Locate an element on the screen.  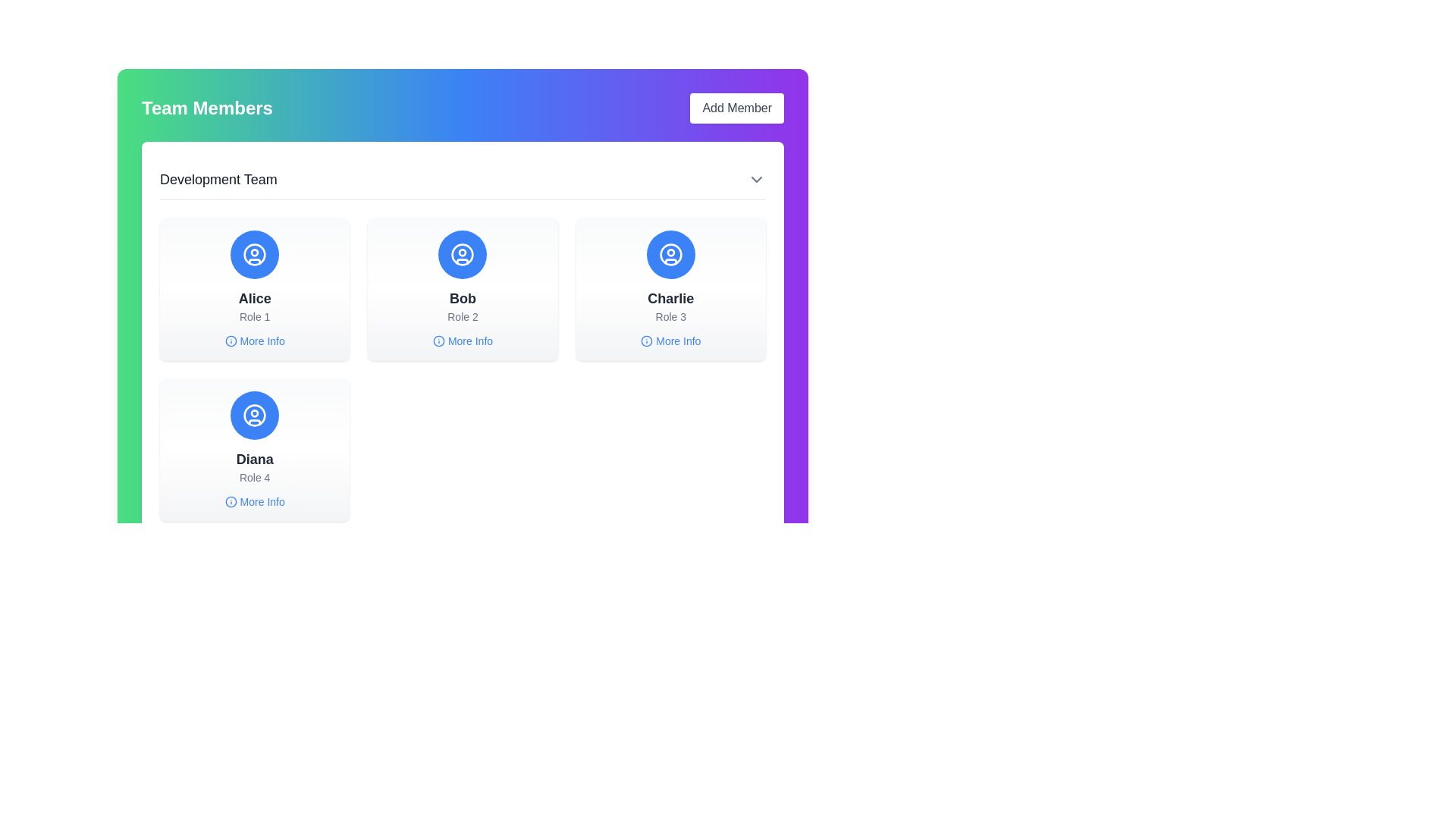
the static text element displaying 'Role 1' located within the card for 'Alice', positioned below her name and above the 'More Info' button is located at coordinates (255, 315).